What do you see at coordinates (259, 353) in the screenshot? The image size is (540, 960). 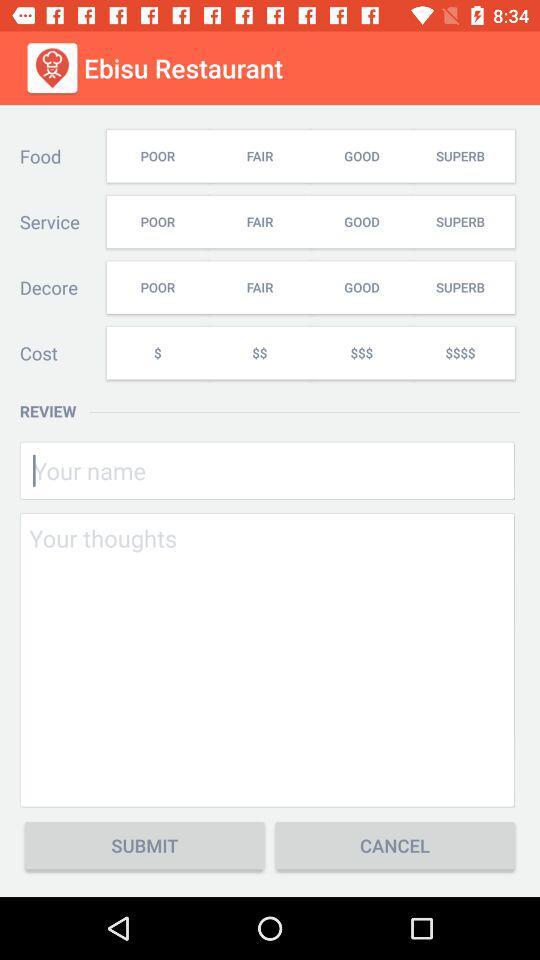 I see `icon to the left of the $$$ item` at bounding box center [259, 353].